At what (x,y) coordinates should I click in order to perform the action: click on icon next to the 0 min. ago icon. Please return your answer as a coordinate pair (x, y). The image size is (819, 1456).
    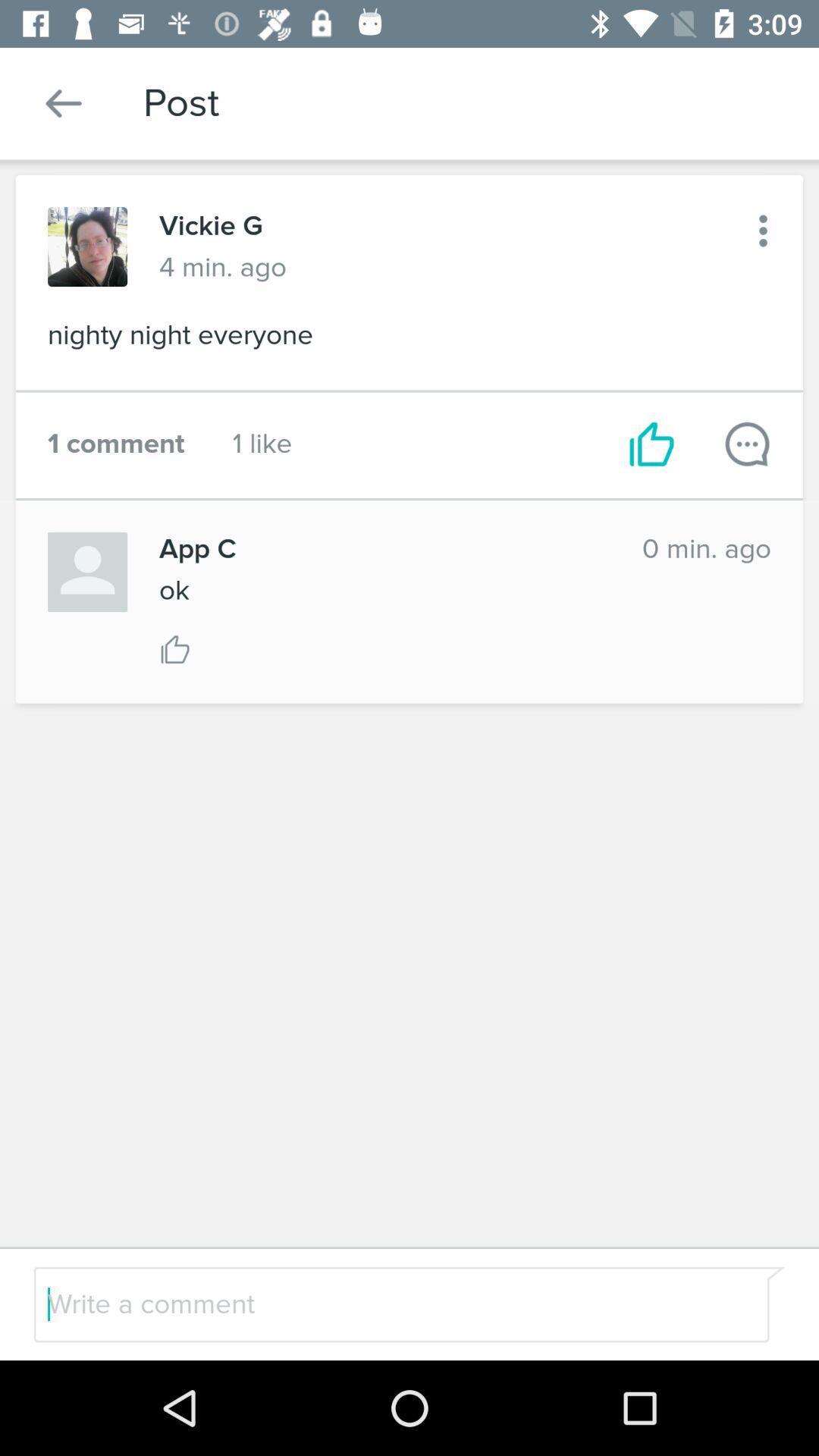
    Looking at the image, I should click on (384, 548).